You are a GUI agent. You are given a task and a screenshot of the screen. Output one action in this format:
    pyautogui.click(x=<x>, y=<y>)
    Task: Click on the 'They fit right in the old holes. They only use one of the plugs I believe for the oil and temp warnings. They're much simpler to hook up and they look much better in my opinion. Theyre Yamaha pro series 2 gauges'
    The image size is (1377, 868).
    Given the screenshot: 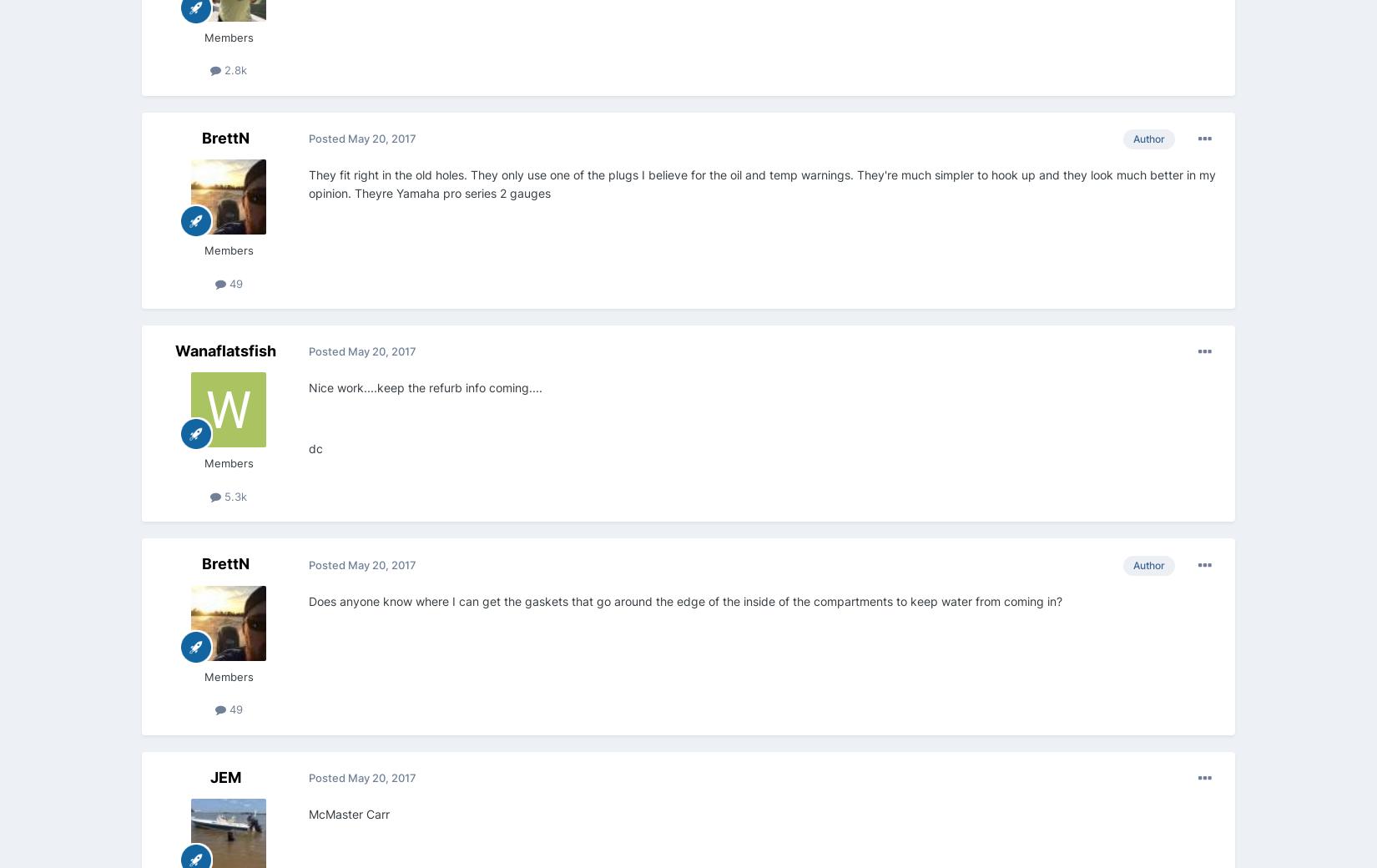 What is the action you would take?
    pyautogui.click(x=762, y=184)
    